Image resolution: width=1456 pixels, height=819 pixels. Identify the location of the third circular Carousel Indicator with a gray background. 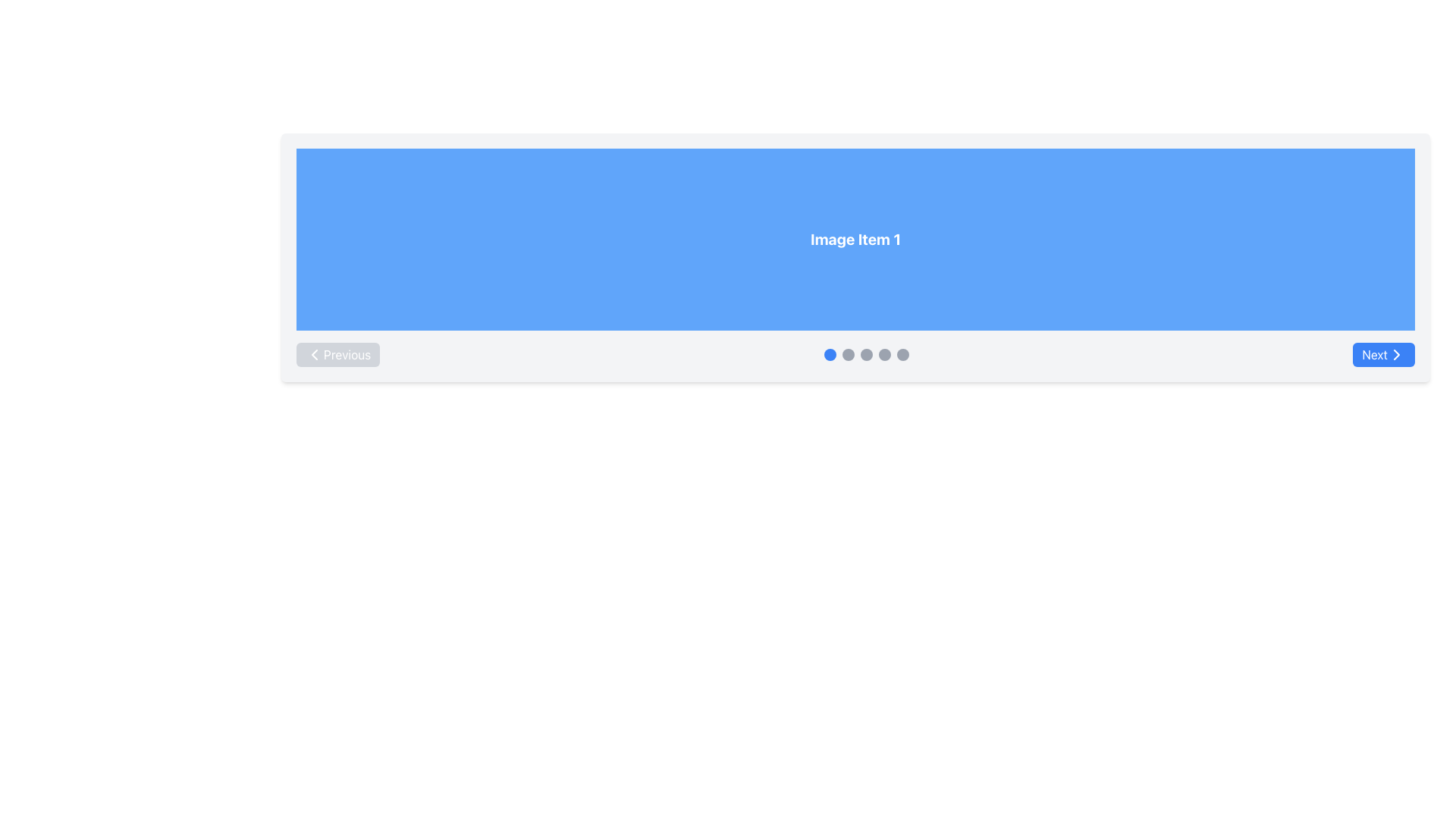
(866, 354).